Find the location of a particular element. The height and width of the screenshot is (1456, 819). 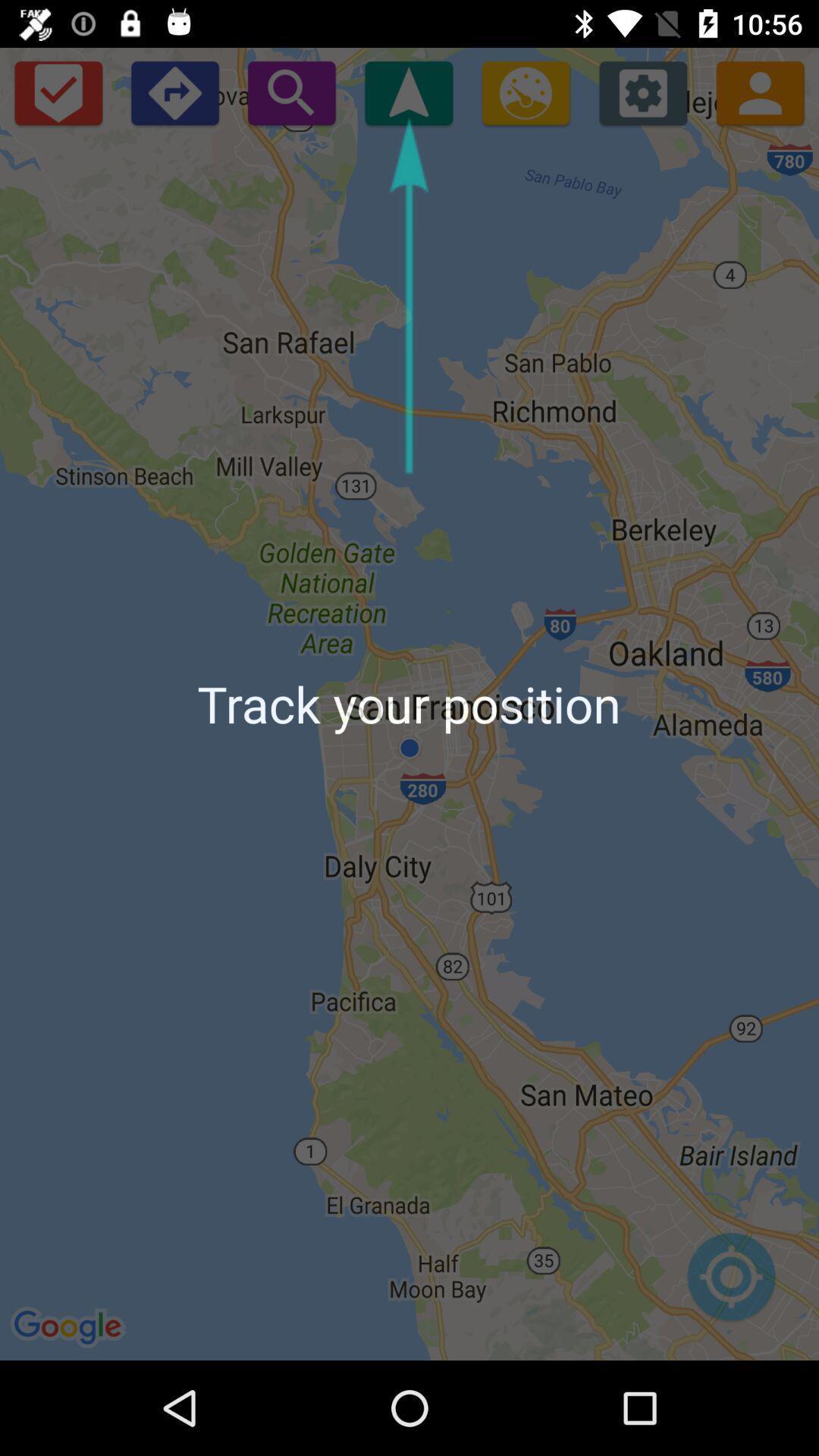

search bar is located at coordinates (291, 92).